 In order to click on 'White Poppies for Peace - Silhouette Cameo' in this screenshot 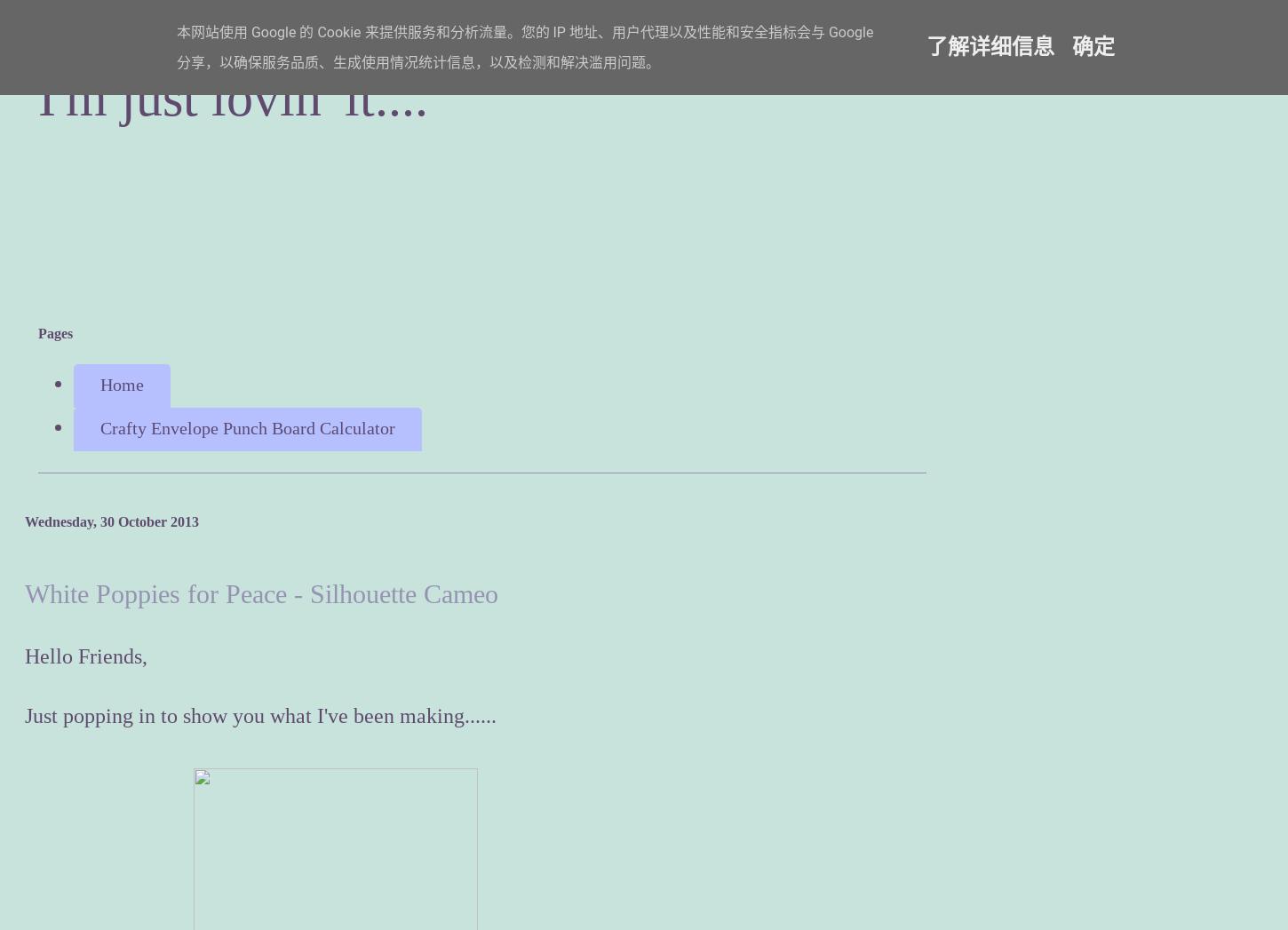, I will do `click(24, 592)`.